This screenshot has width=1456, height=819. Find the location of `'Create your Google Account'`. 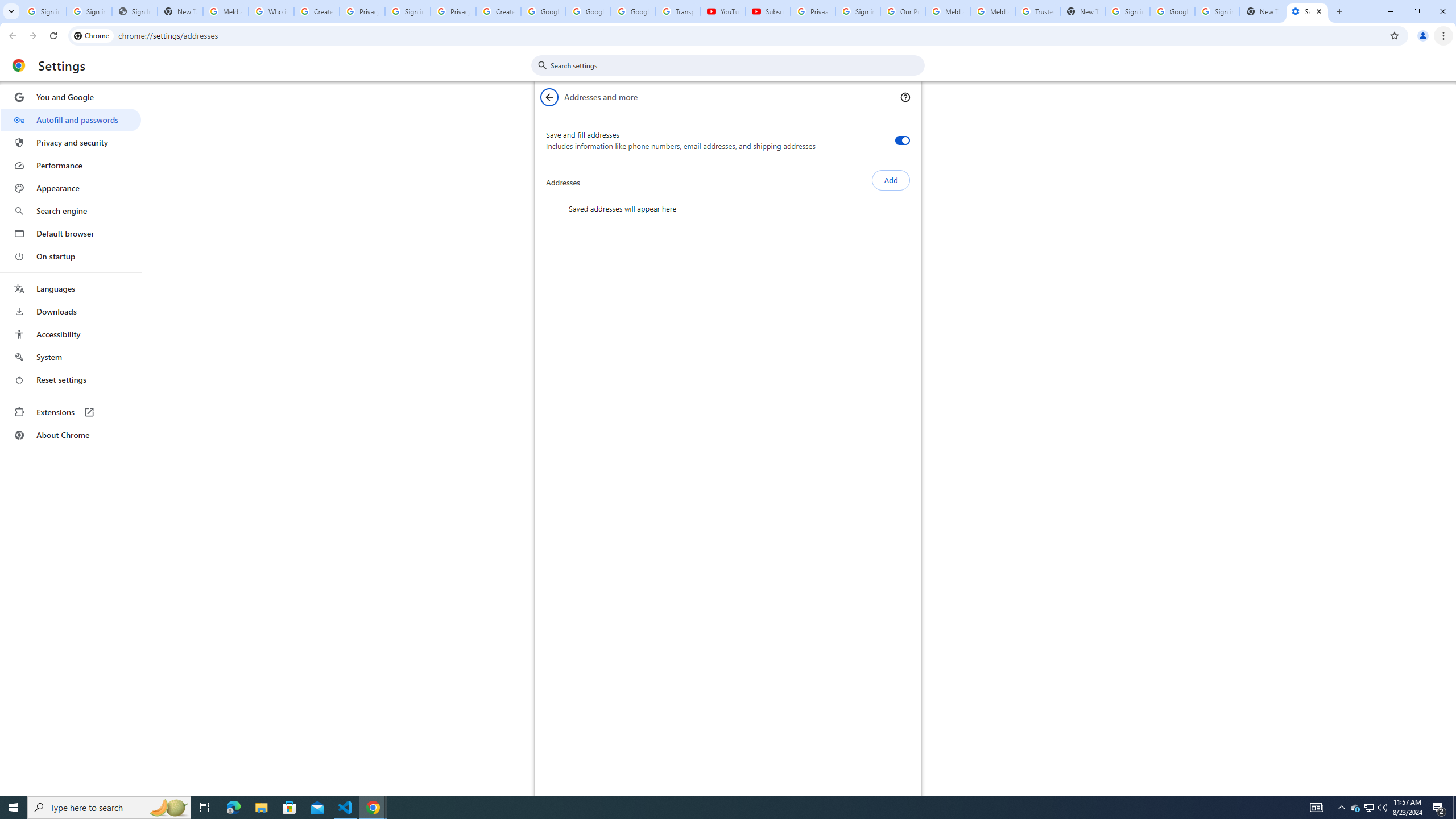

'Create your Google Account' is located at coordinates (498, 11).